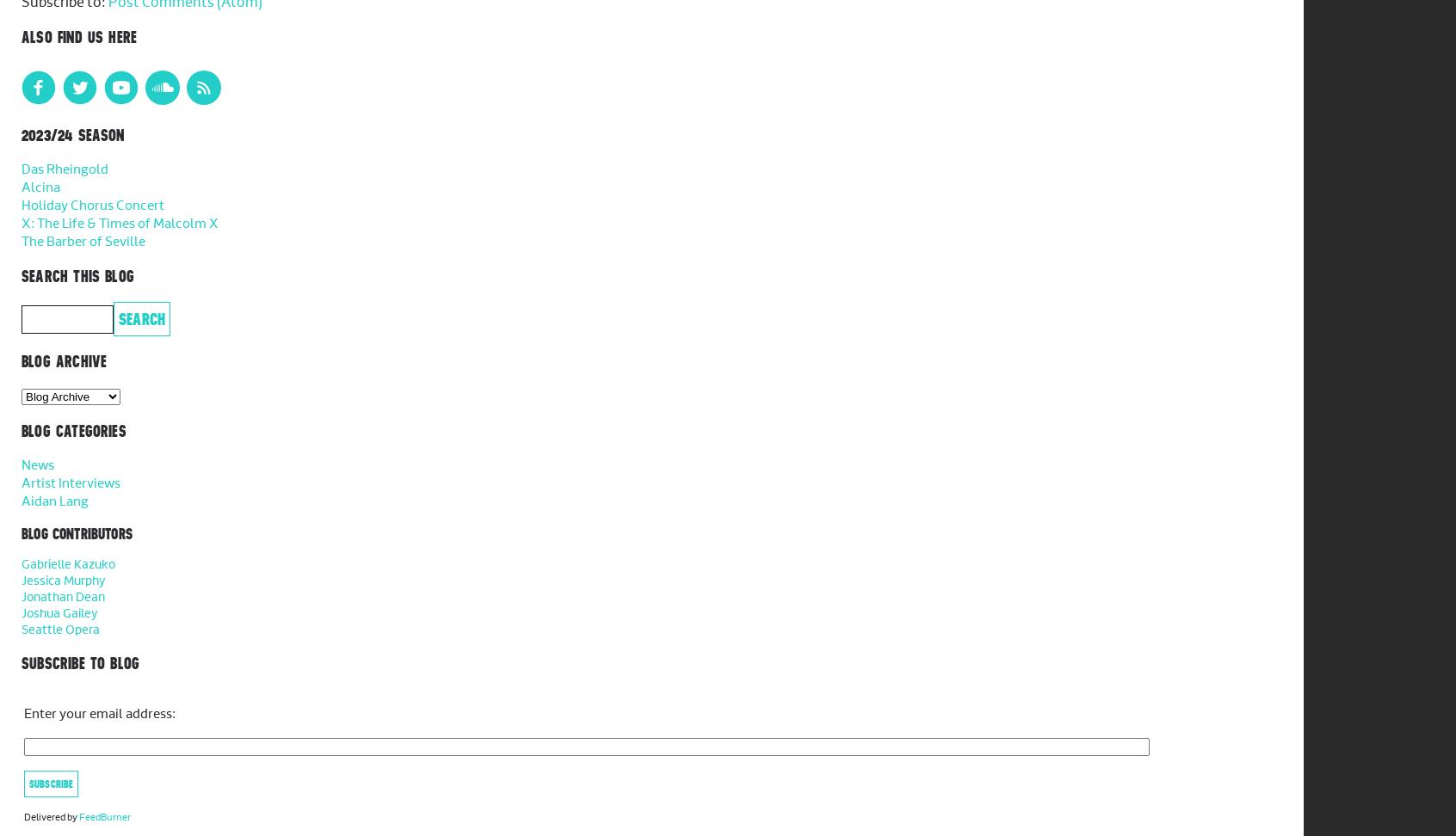  I want to click on 'Jonathan Dean', so click(63, 596).